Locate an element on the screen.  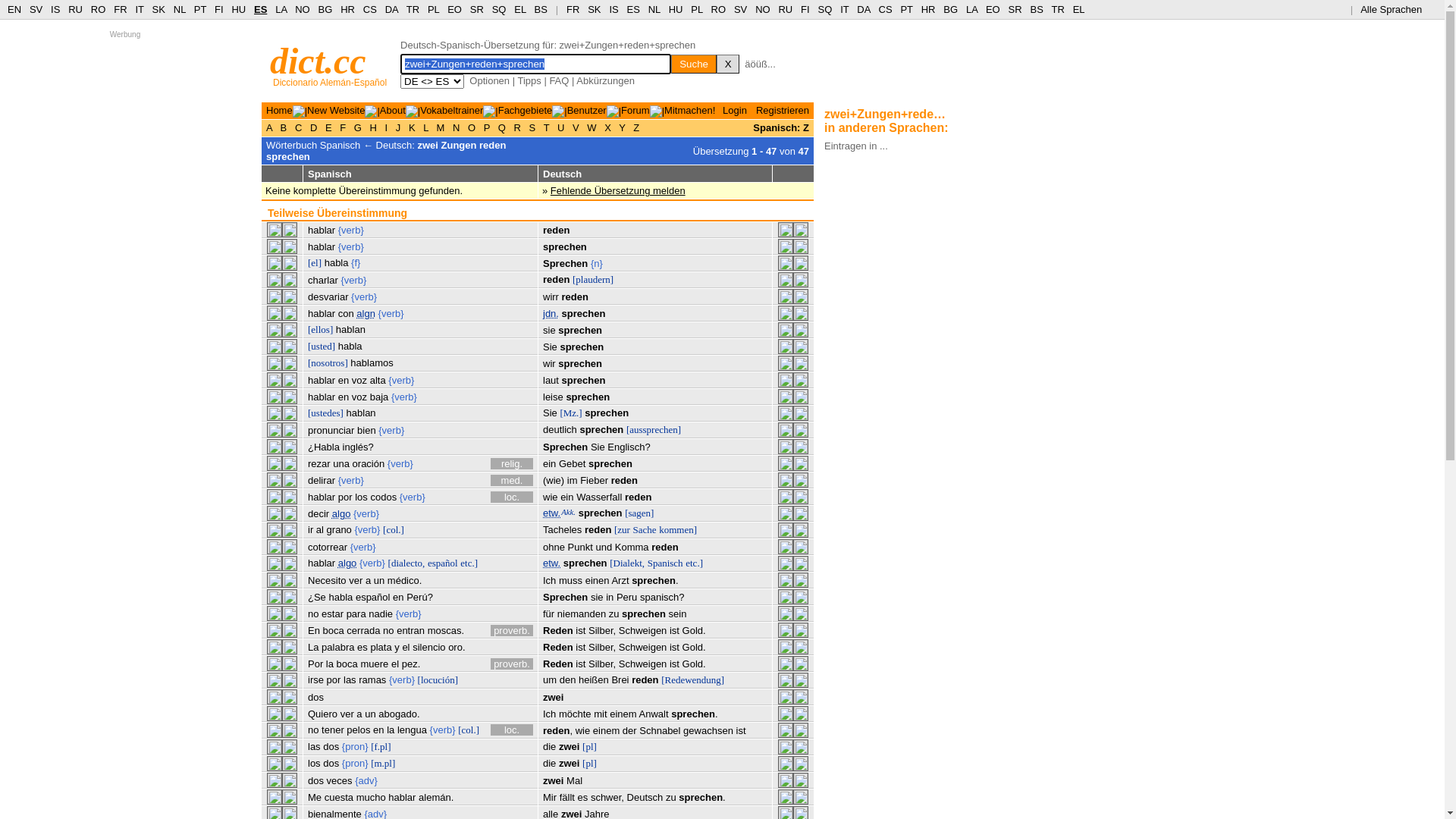
'por' is located at coordinates (333, 679).